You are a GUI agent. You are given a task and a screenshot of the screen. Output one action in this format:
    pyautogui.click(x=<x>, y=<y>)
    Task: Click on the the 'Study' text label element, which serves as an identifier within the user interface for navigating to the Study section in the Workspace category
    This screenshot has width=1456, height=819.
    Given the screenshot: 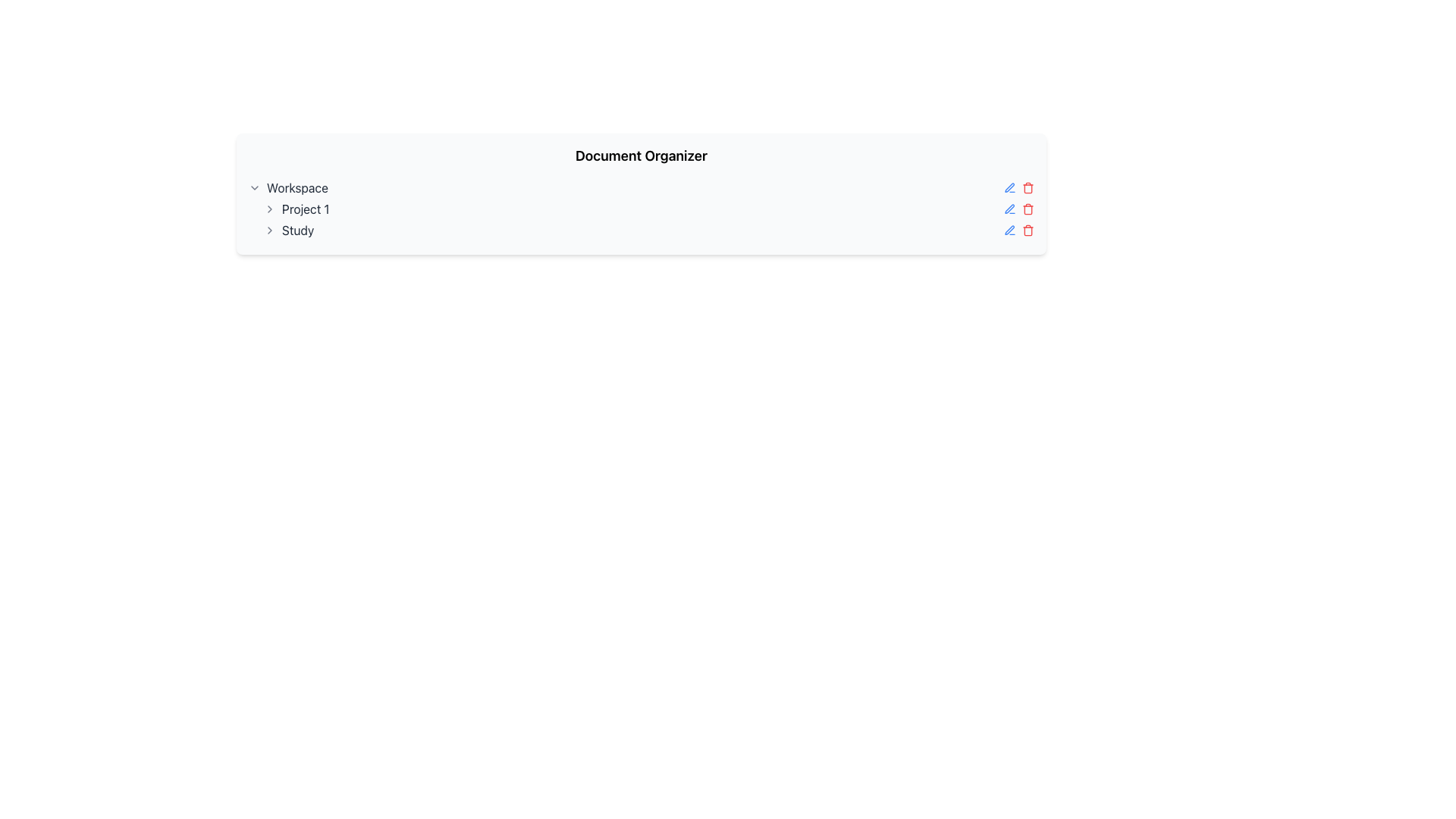 What is the action you would take?
    pyautogui.click(x=298, y=231)
    